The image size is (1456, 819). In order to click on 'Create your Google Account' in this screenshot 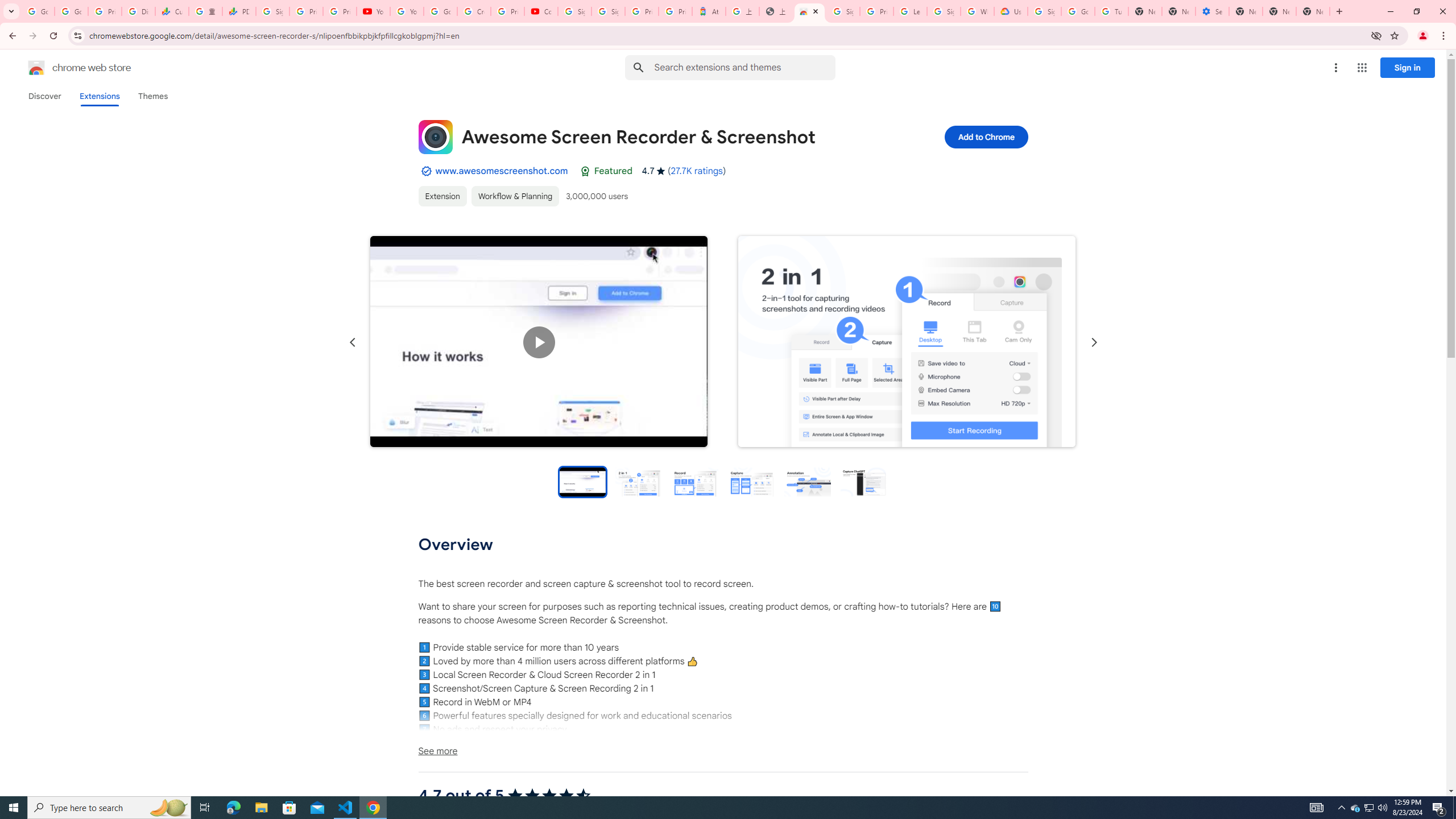, I will do `click(474, 11)`.